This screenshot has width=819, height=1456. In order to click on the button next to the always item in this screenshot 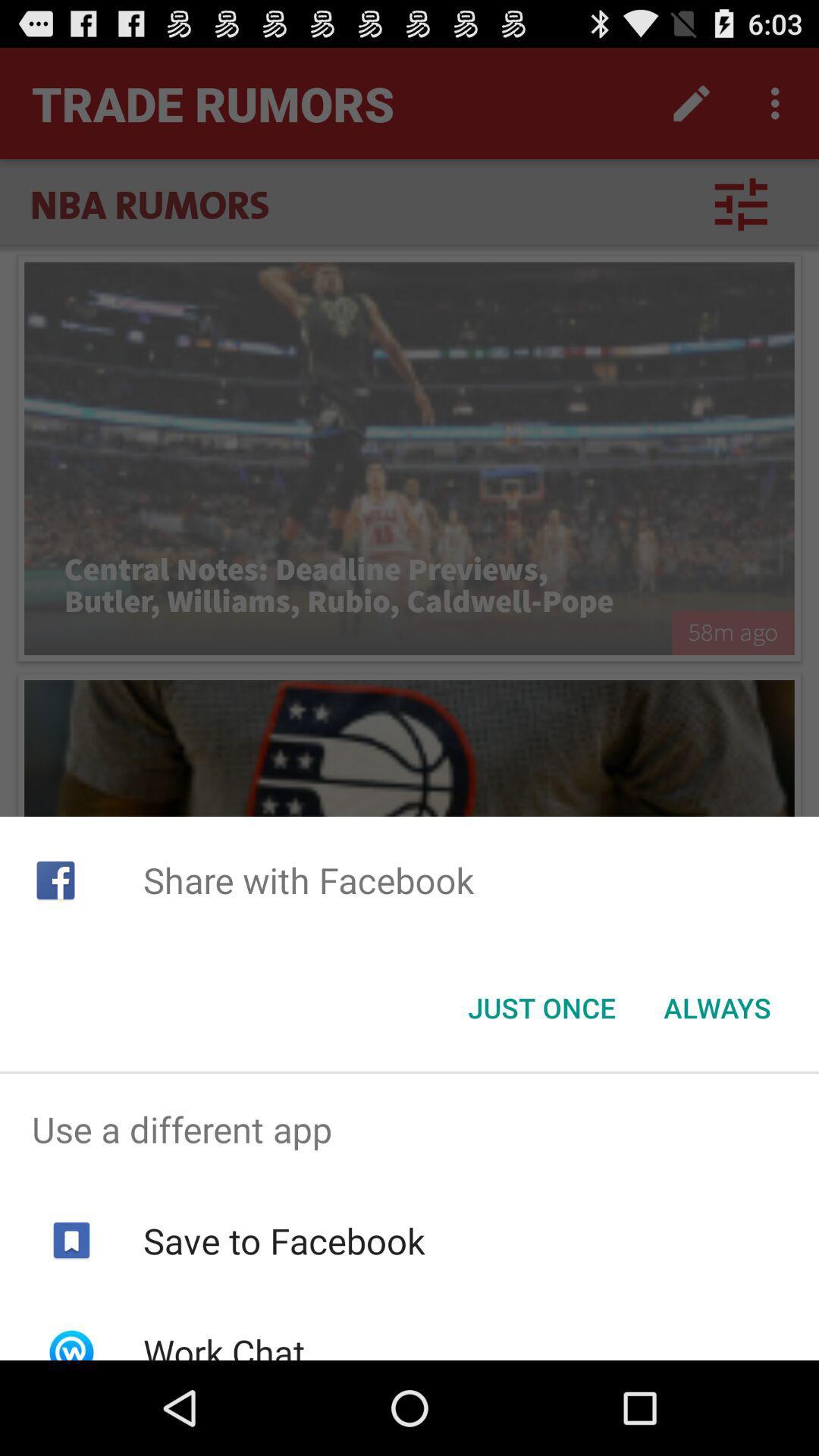, I will do `click(541, 1008)`.